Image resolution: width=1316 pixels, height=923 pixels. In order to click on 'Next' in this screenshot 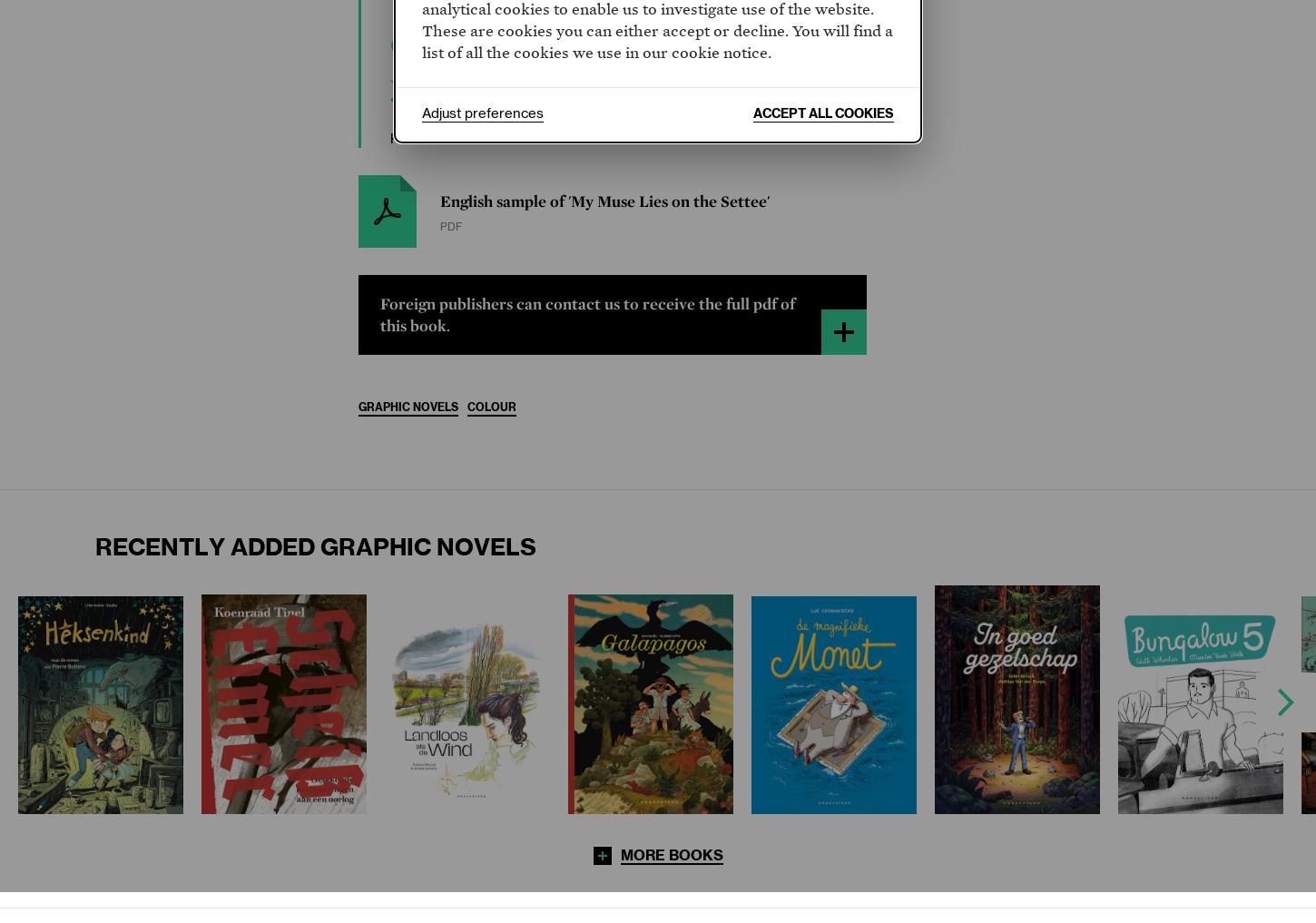, I will do `click(1284, 702)`.